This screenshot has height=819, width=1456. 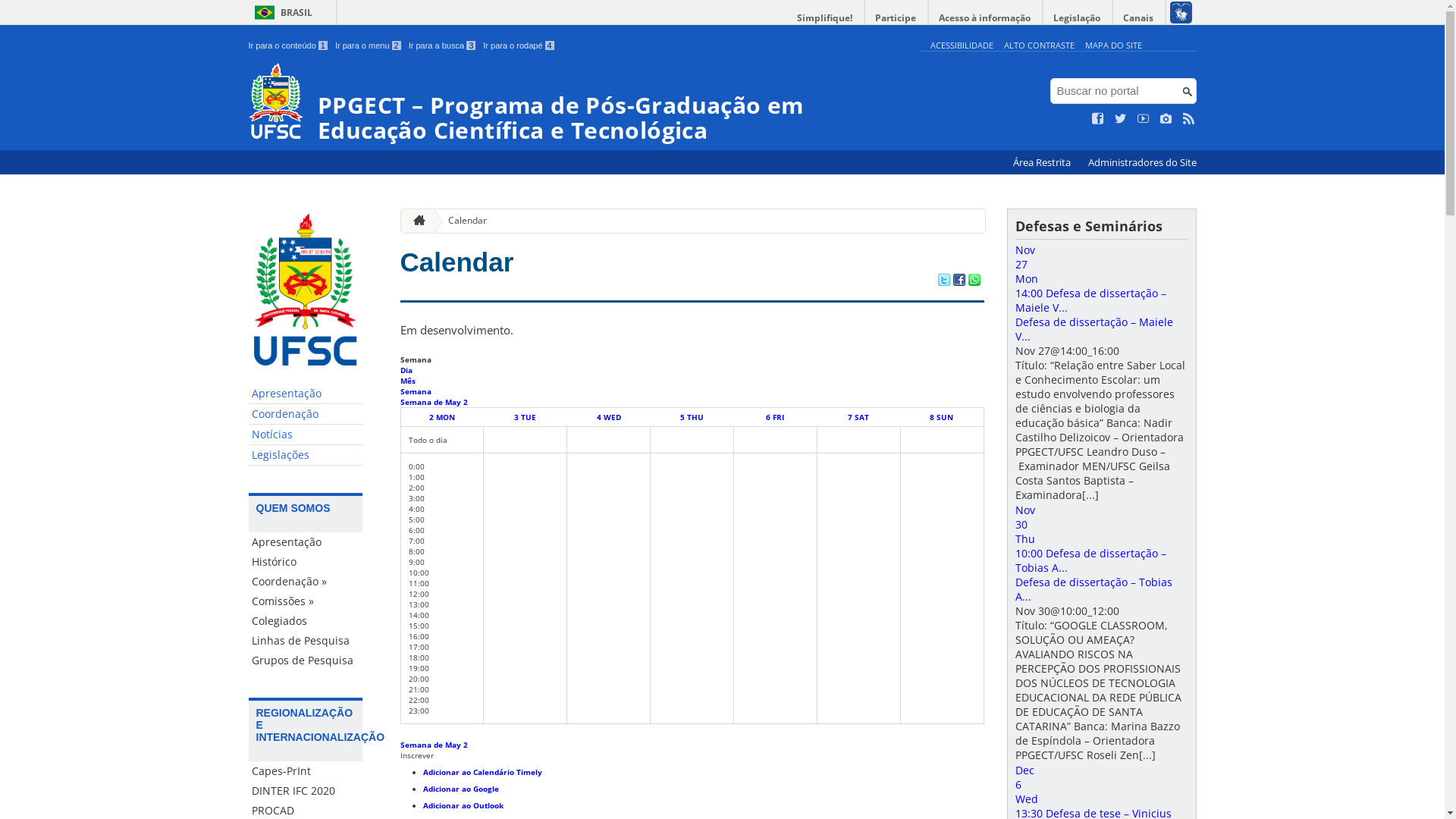 I want to click on 'Veja no Instagram', so click(x=1159, y=118).